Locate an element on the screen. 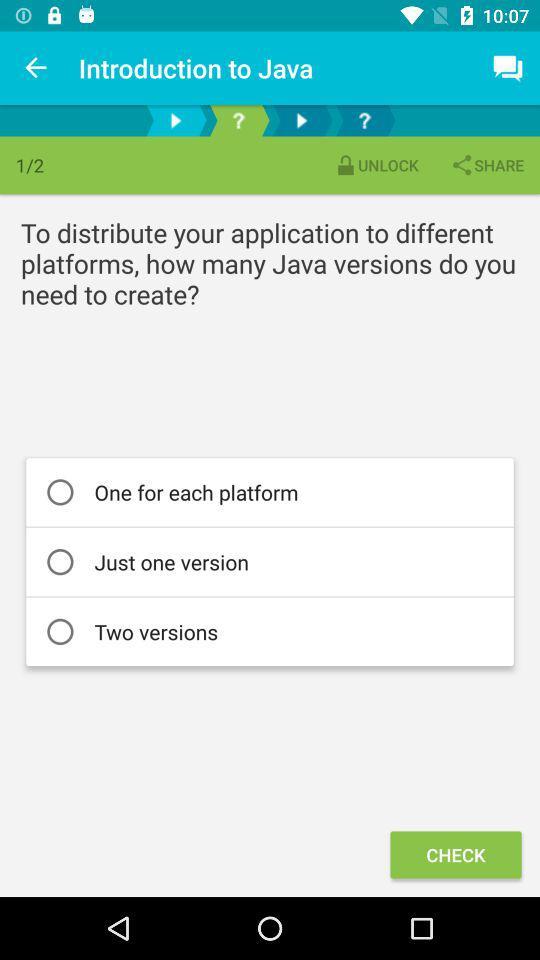 The width and height of the screenshot is (540, 960). check item is located at coordinates (455, 853).